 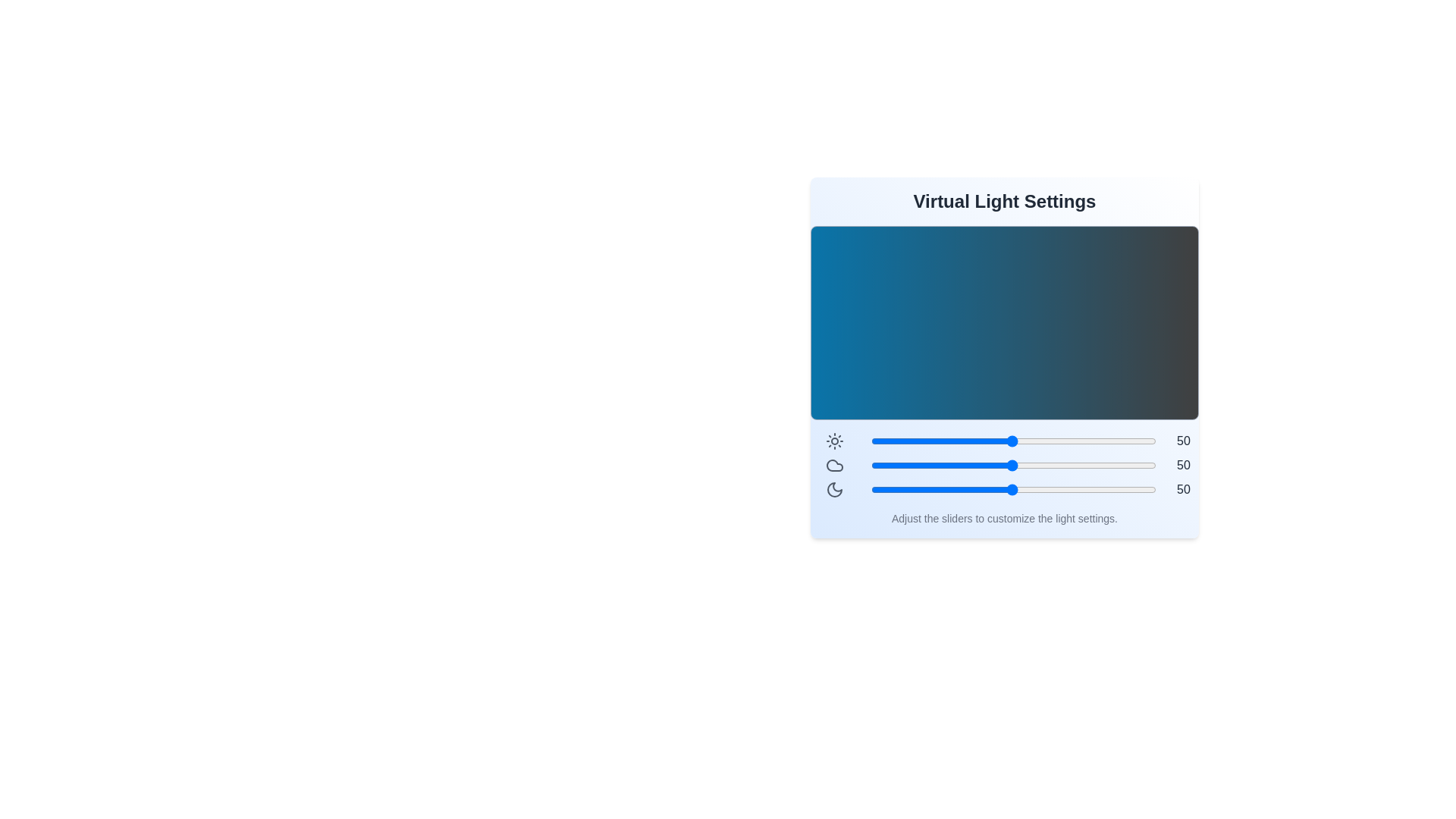 What do you see at coordinates (1113, 441) in the screenshot?
I see `the brightness slider to 85 level` at bounding box center [1113, 441].